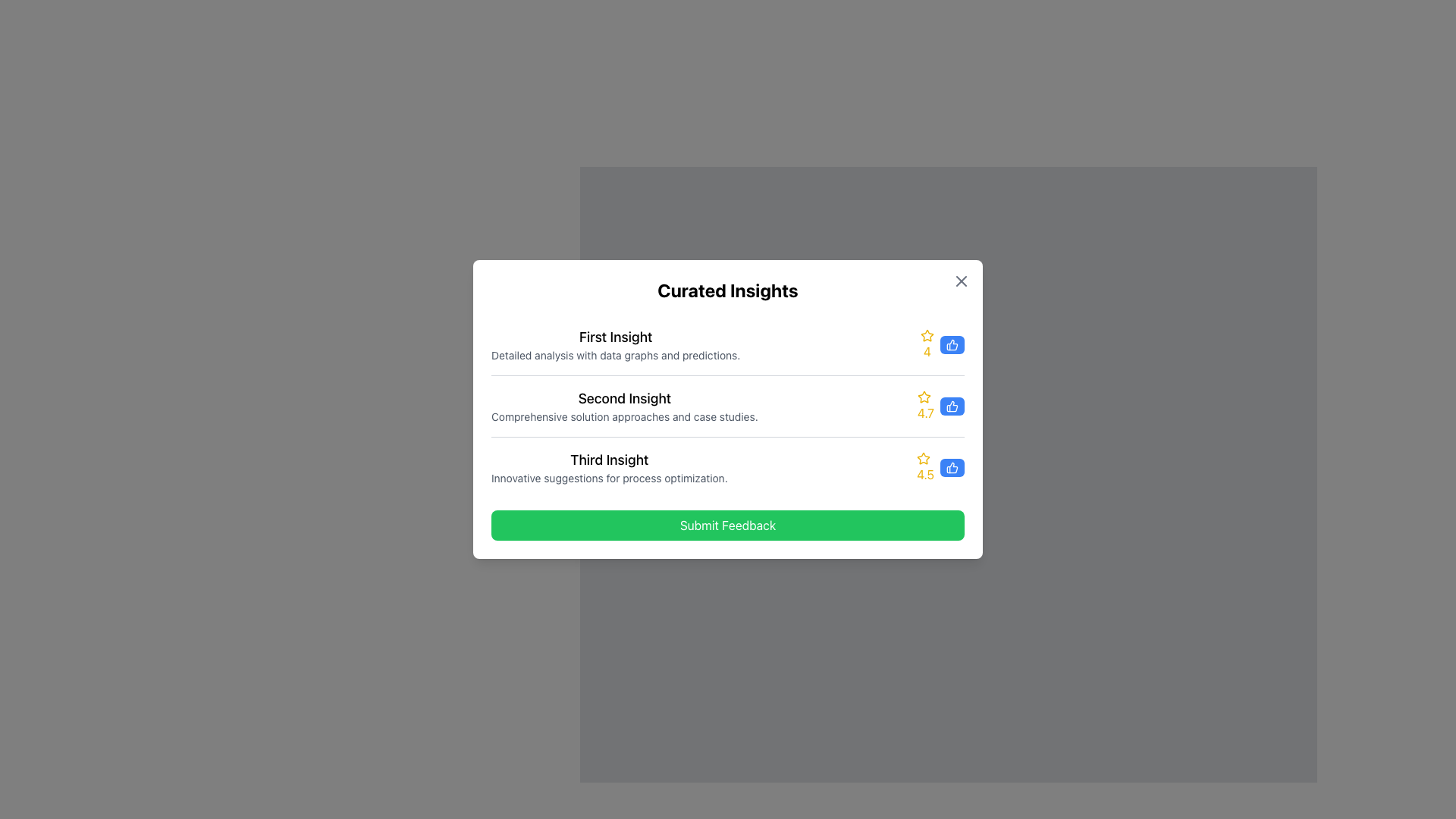 Image resolution: width=1456 pixels, height=819 pixels. I want to click on value displayed in the text label located in the second insight section, positioned to the left of the thumbs-up icon and below the star symbol indicating the rating, so click(924, 406).